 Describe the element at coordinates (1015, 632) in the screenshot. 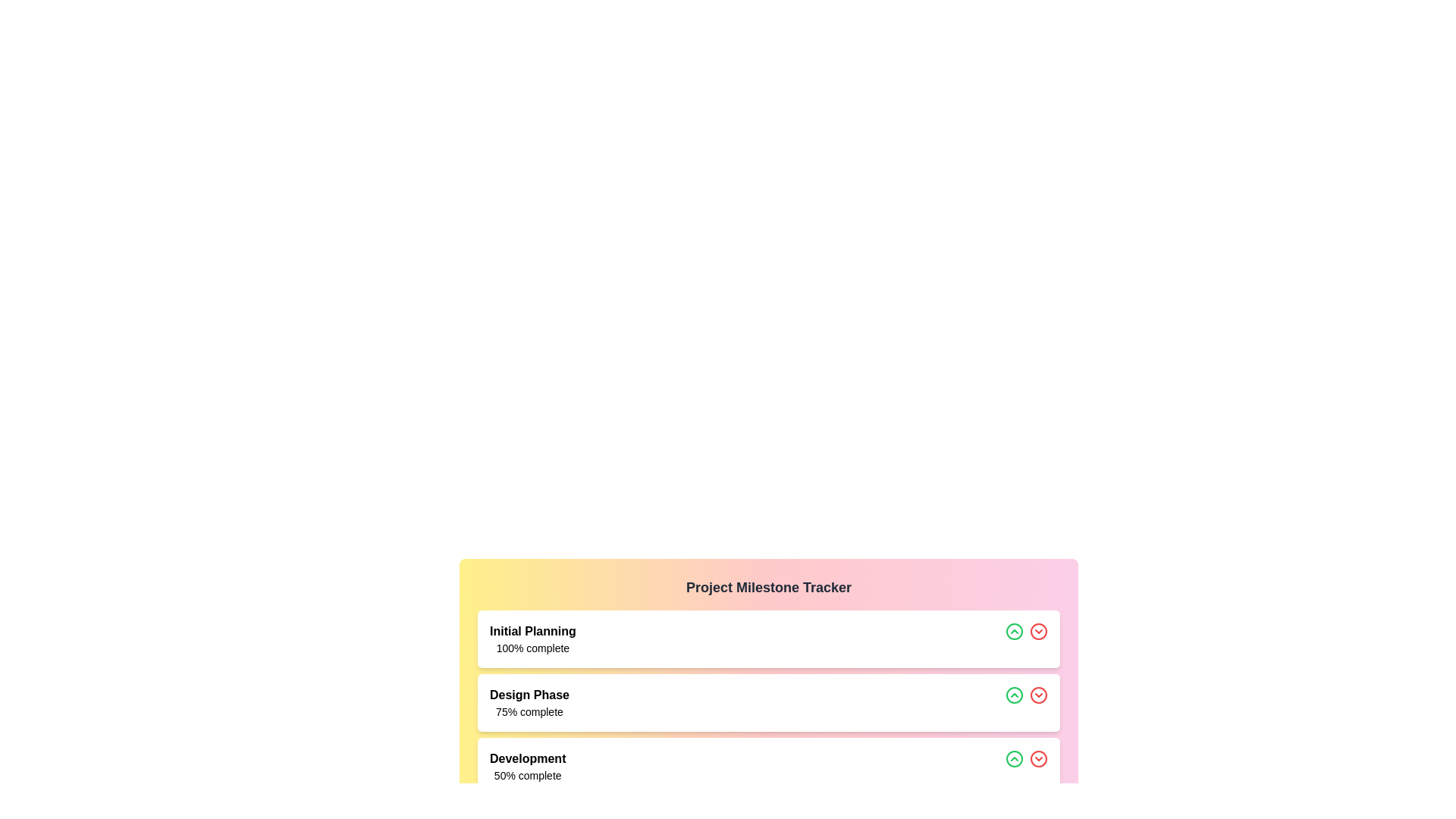

I see `the green circular icon button with an upwards chevron located to the right of the 'Design Phase' row, which is the upper icon in the pair of green and red buttons` at that location.